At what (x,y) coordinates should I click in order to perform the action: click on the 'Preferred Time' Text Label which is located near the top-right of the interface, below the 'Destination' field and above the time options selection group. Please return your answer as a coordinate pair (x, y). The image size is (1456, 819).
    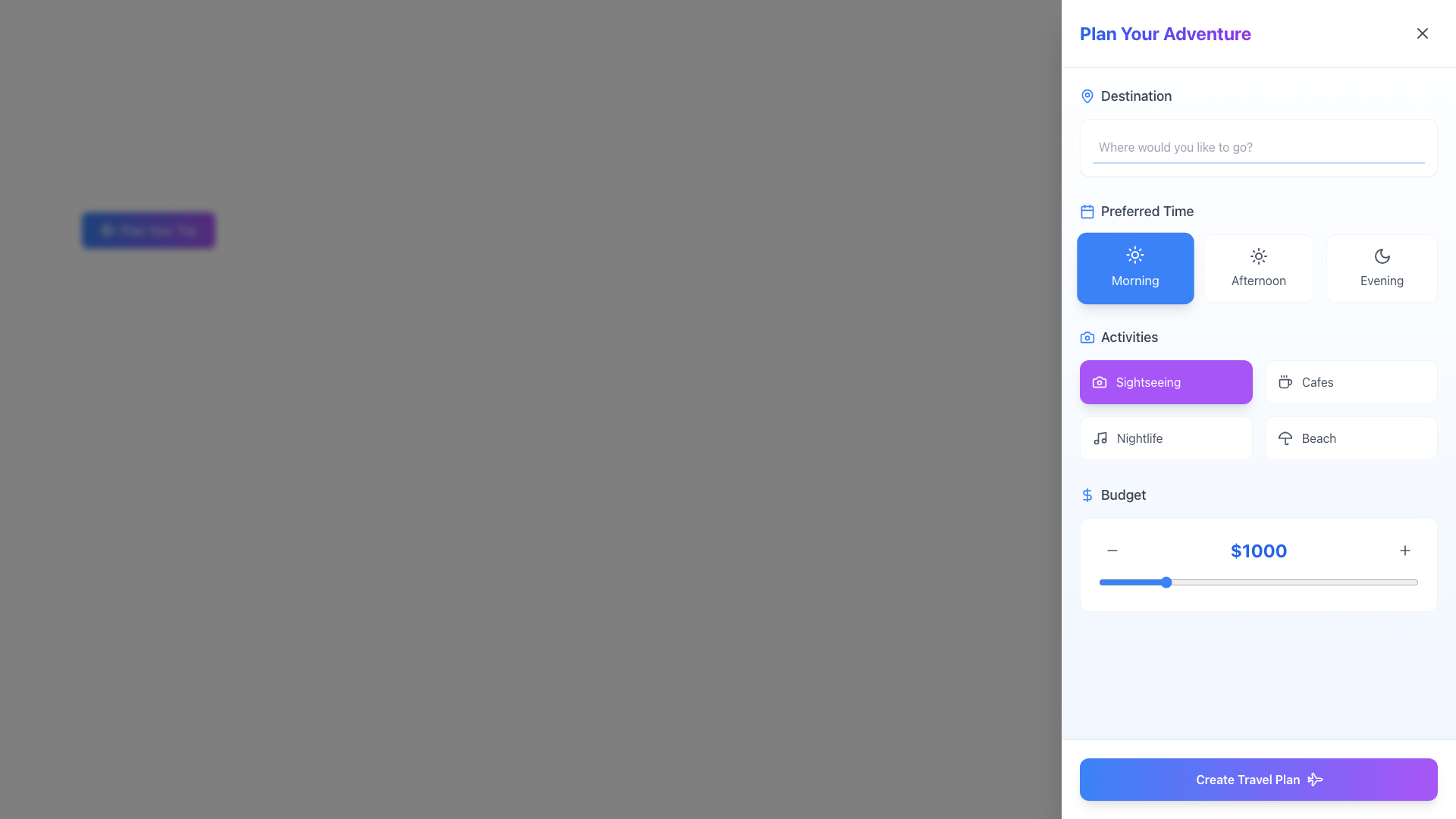
    Looking at the image, I should click on (1147, 211).